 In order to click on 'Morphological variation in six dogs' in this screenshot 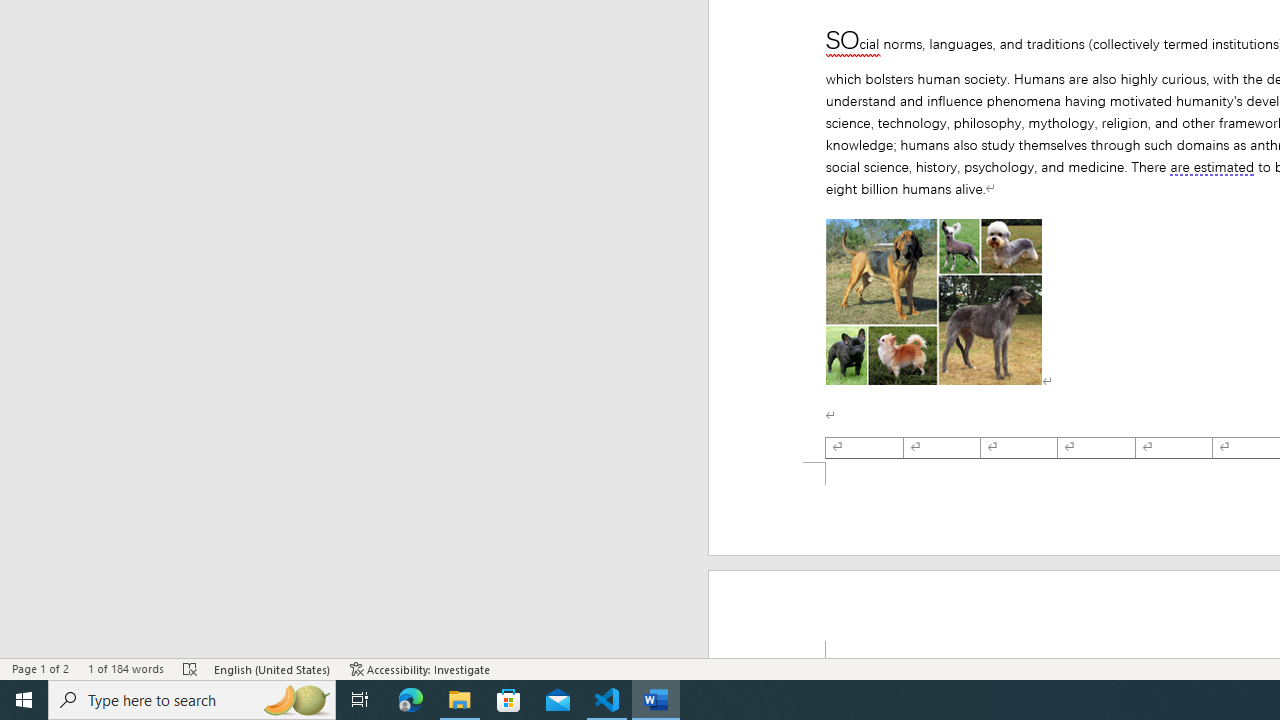, I will do `click(932, 302)`.